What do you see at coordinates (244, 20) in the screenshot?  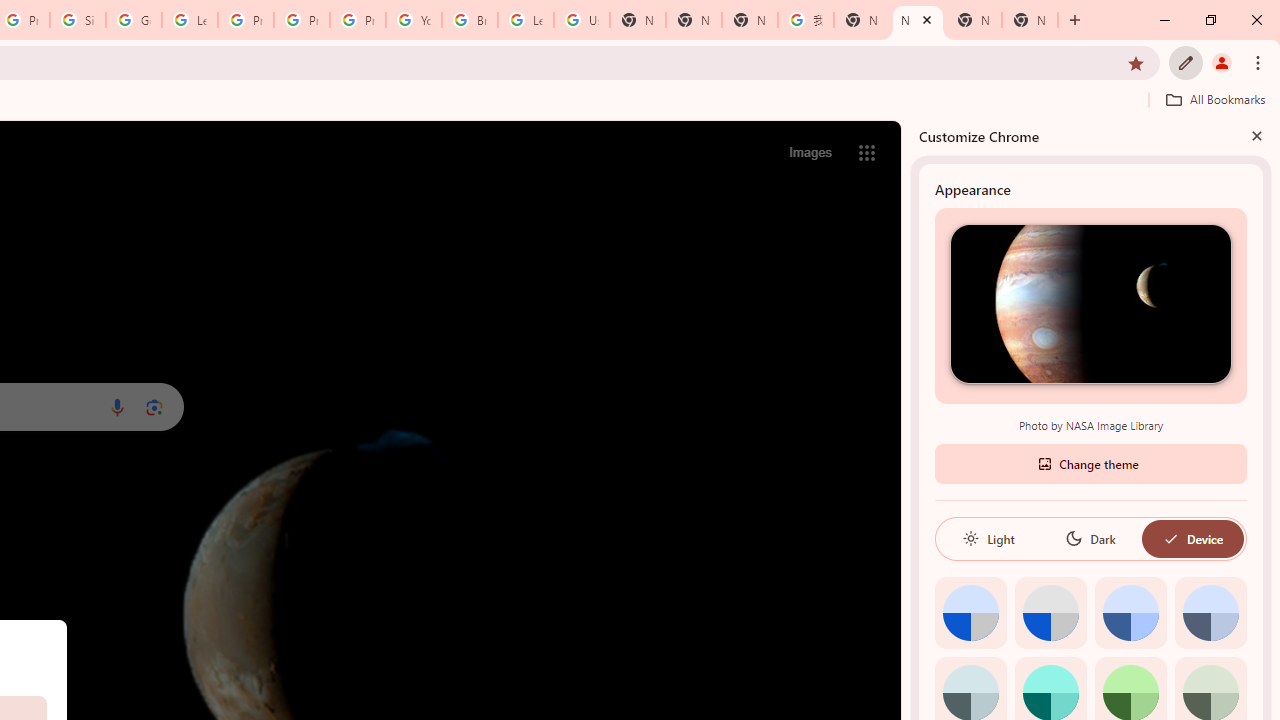 I see `'Privacy Help Center - Policies Help'` at bounding box center [244, 20].